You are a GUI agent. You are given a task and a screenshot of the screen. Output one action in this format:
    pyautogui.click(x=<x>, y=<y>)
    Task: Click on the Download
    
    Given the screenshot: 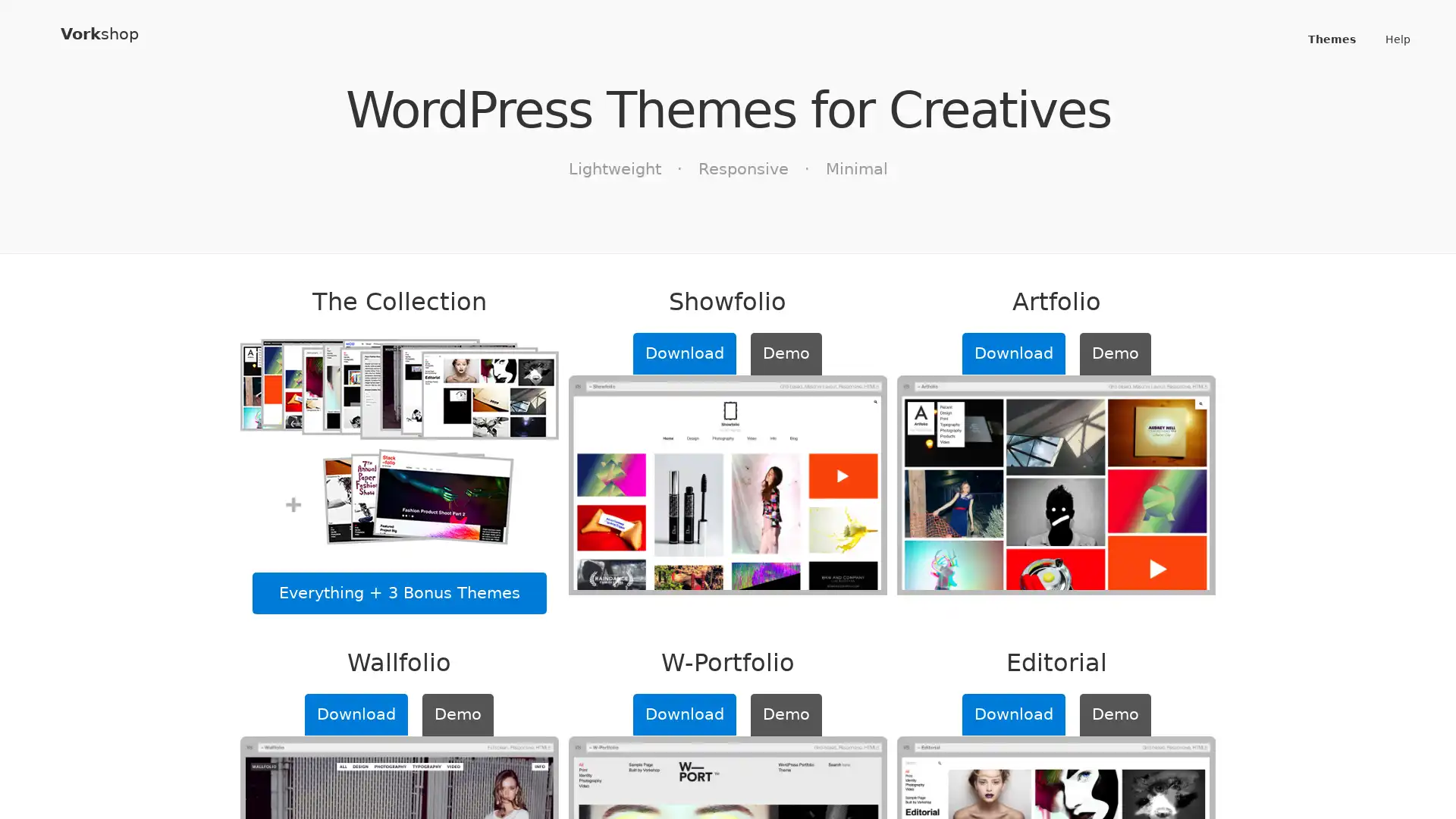 What is the action you would take?
    pyautogui.click(x=356, y=714)
    